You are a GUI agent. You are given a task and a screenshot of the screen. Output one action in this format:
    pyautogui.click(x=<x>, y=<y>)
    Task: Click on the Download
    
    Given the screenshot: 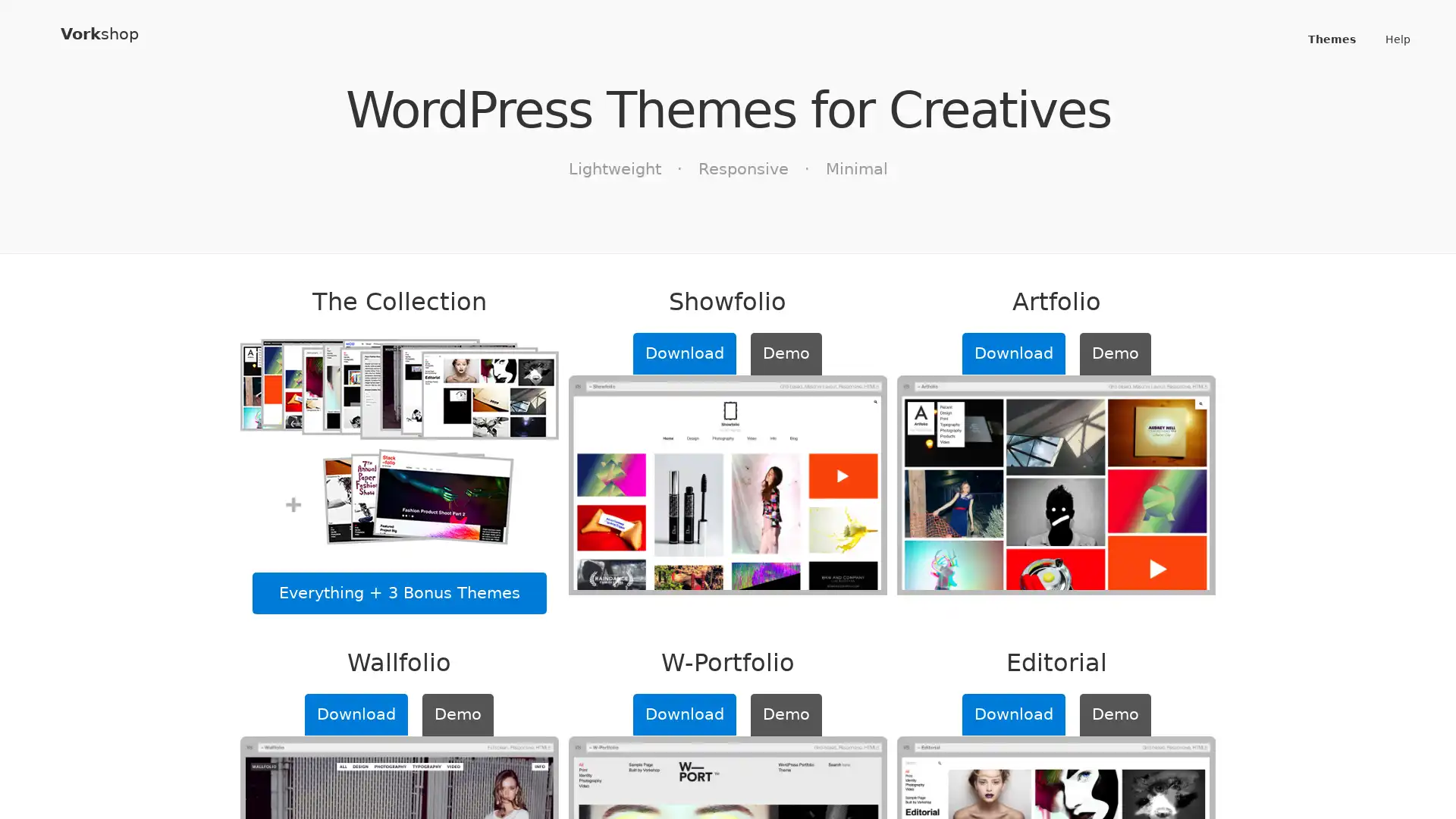 What is the action you would take?
    pyautogui.click(x=356, y=714)
    